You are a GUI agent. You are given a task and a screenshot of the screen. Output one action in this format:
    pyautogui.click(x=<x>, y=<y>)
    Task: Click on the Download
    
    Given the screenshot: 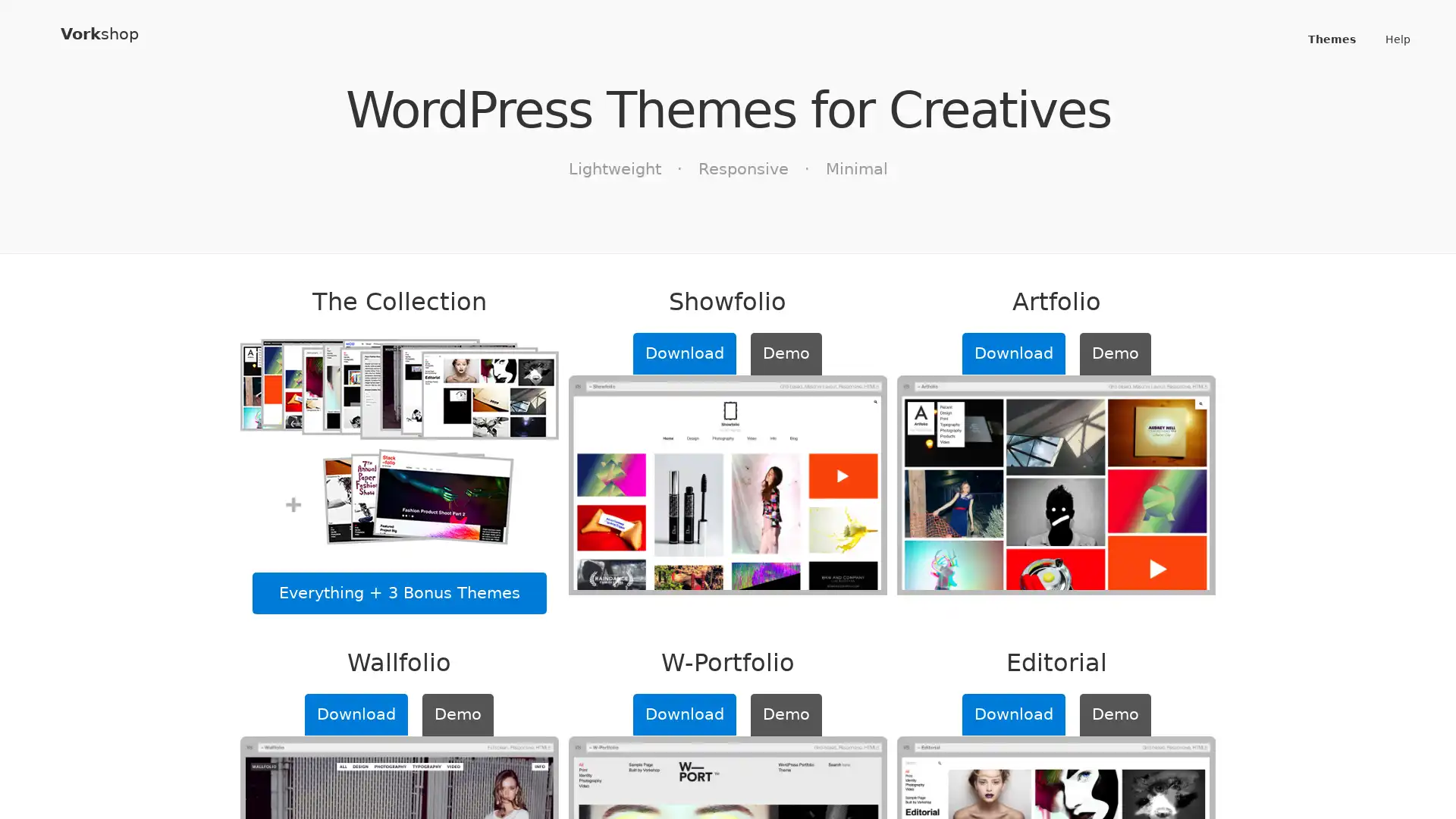 What is the action you would take?
    pyautogui.click(x=356, y=714)
    